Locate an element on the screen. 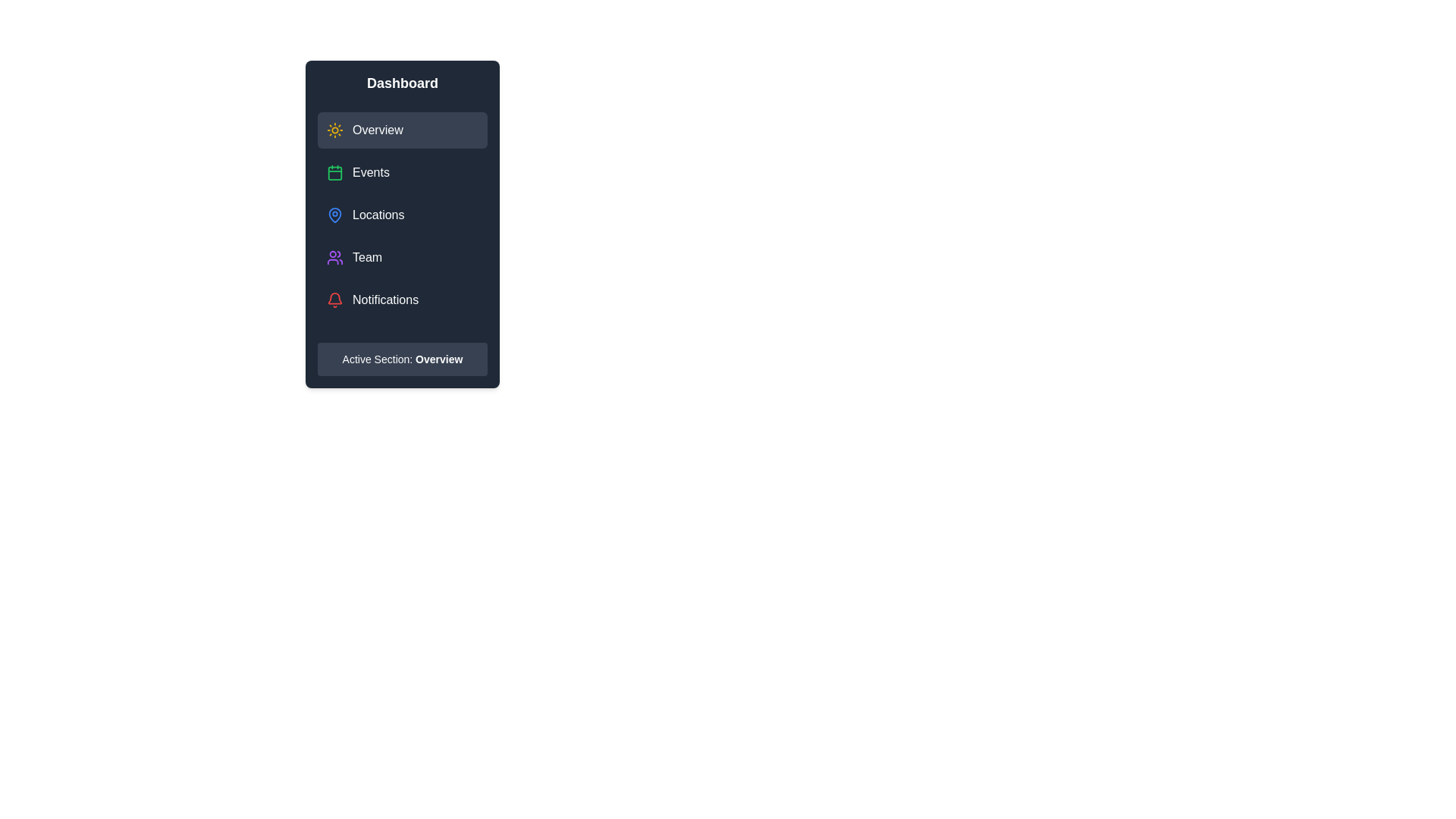 The width and height of the screenshot is (1456, 819). the menu item Events to navigate to the corresponding section is located at coordinates (403, 171).